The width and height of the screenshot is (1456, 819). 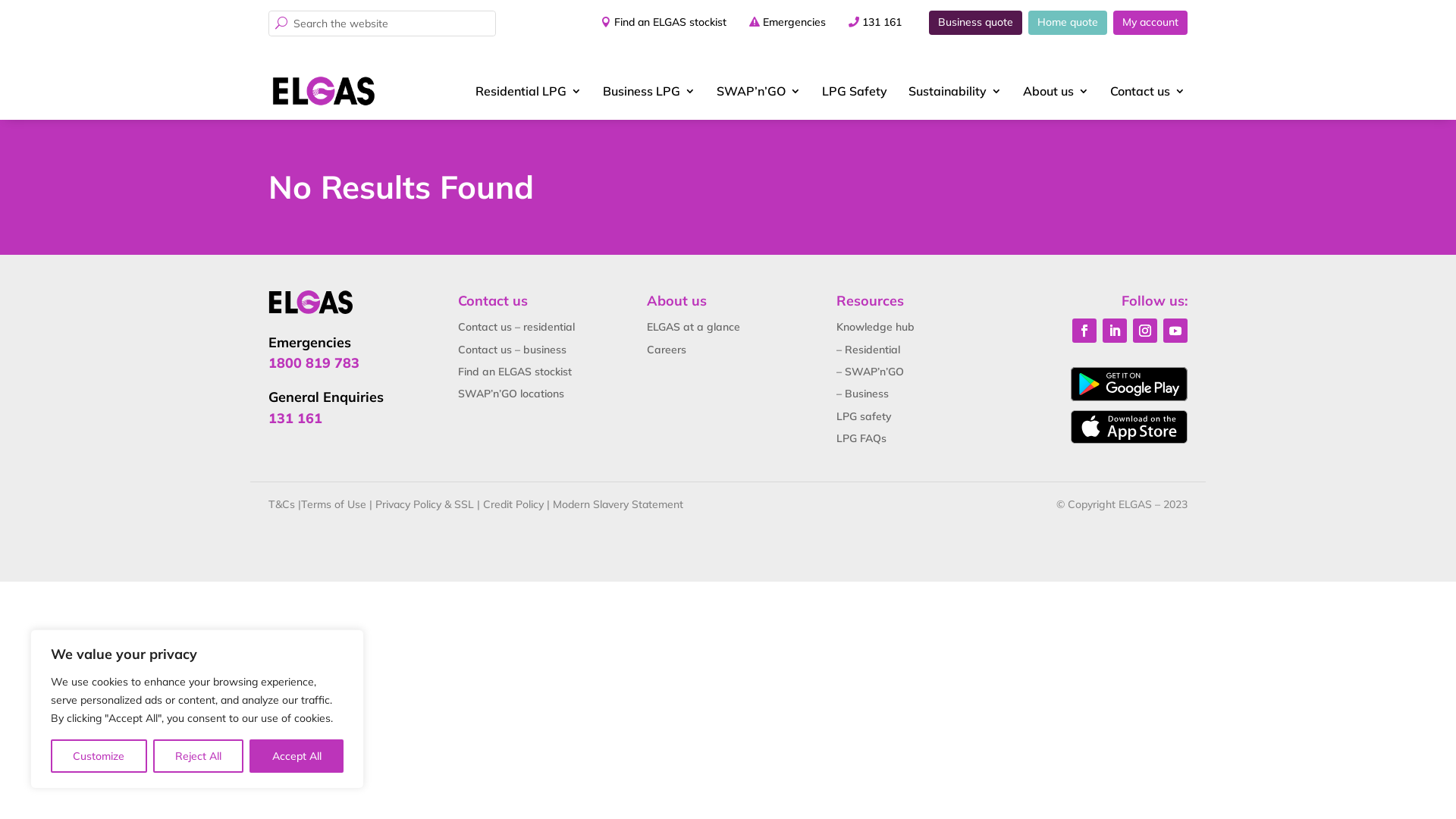 What do you see at coordinates (425, 504) in the screenshot?
I see `'Privacy Policy & SSL'` at bounding box center [425, 504].